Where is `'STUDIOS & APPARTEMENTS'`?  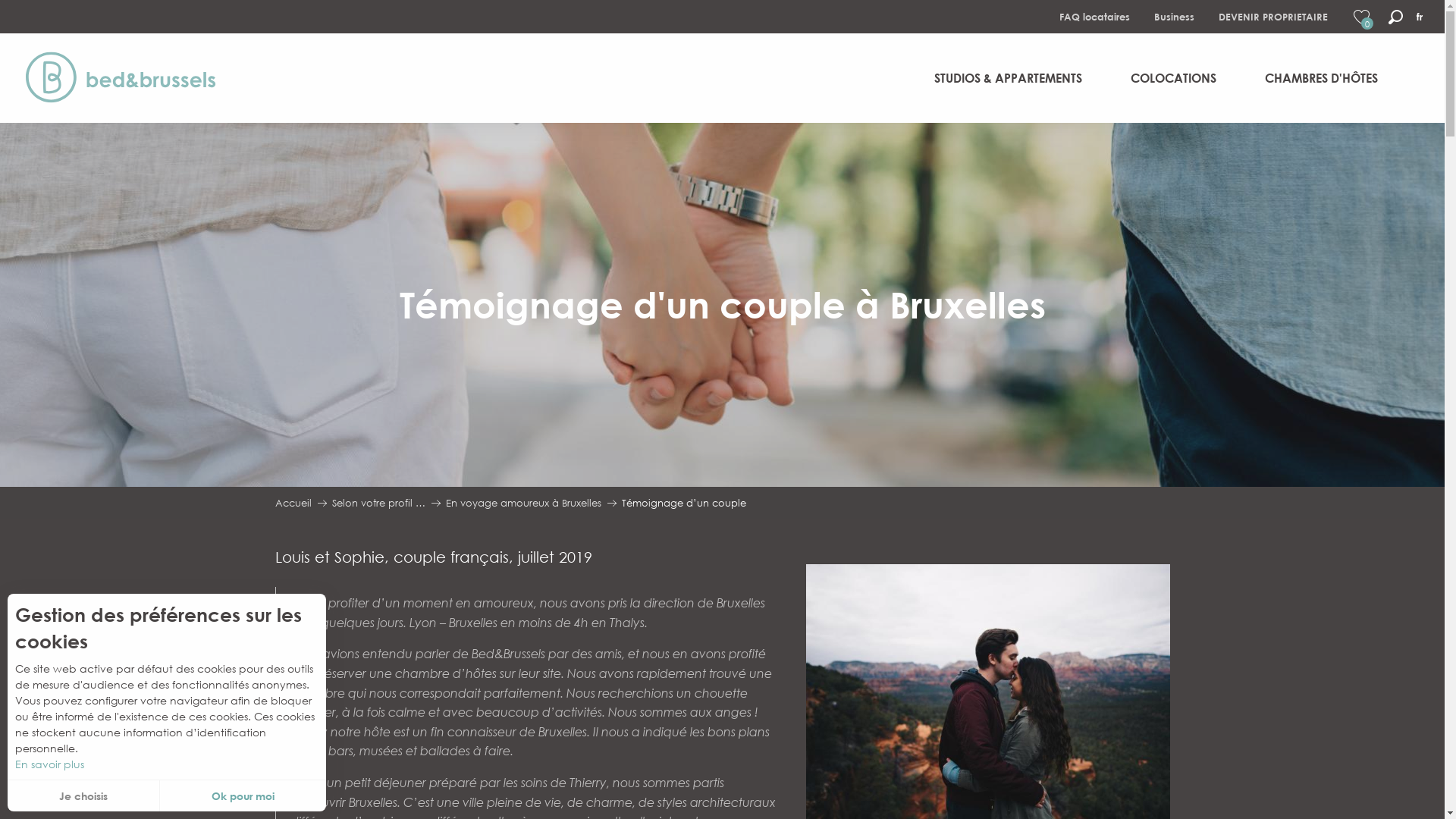
'STUDIOS & APPARTEMENTS' is located at coordinates (921, 78).